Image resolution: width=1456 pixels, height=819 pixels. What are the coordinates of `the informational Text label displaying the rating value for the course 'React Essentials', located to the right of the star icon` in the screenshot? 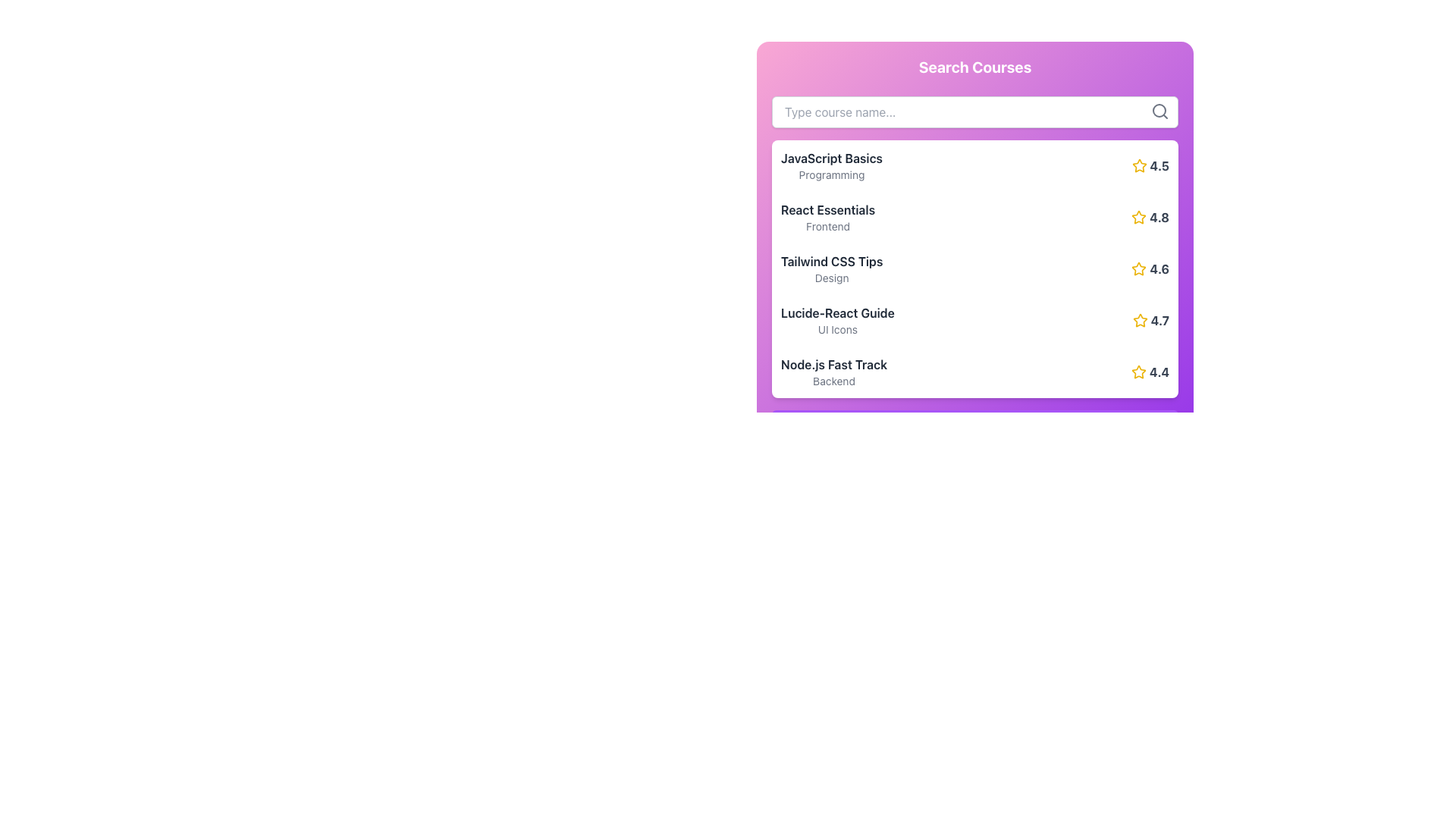 It's located at (1159, 217).